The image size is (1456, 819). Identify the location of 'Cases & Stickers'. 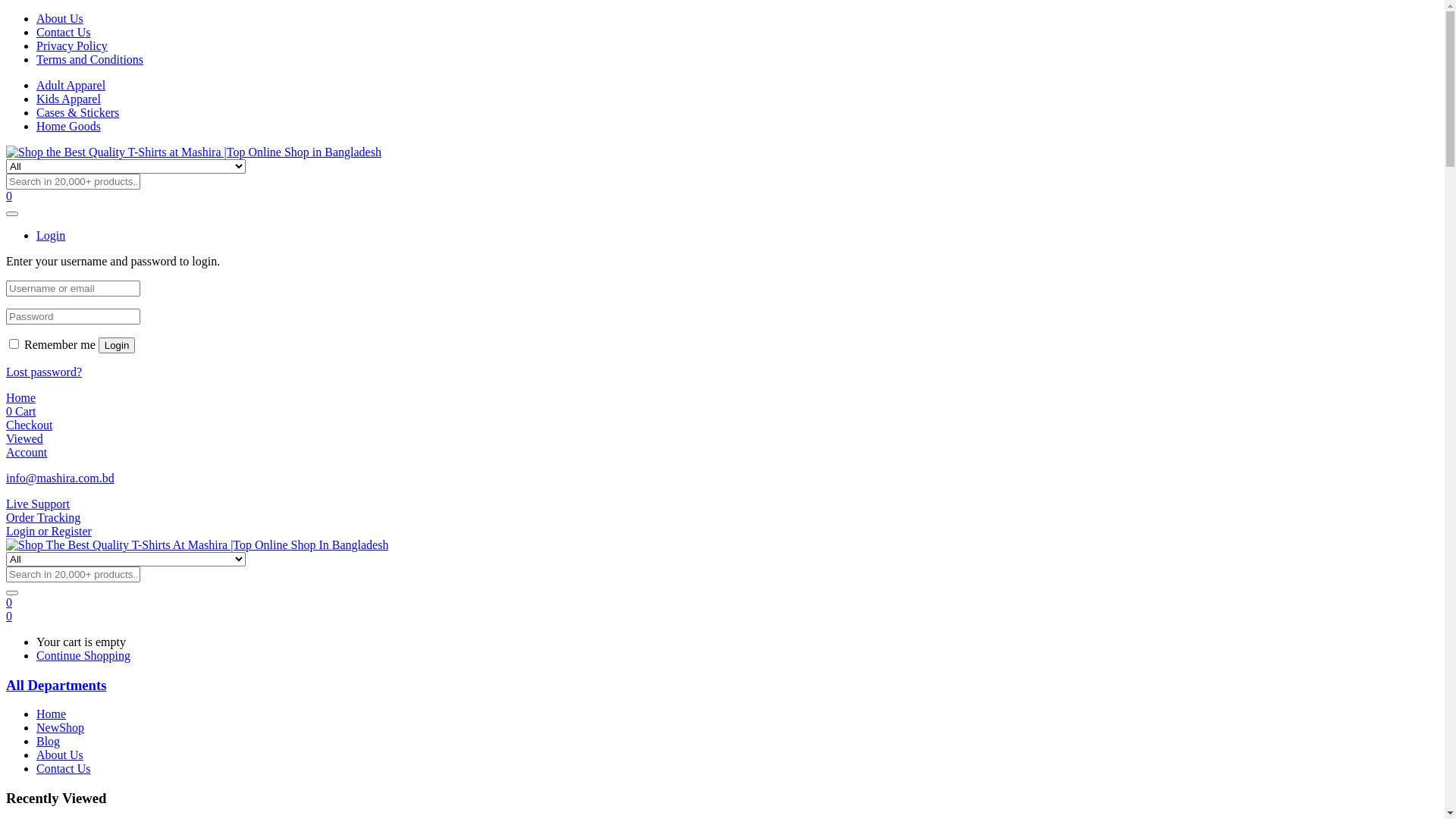
(36, 111).